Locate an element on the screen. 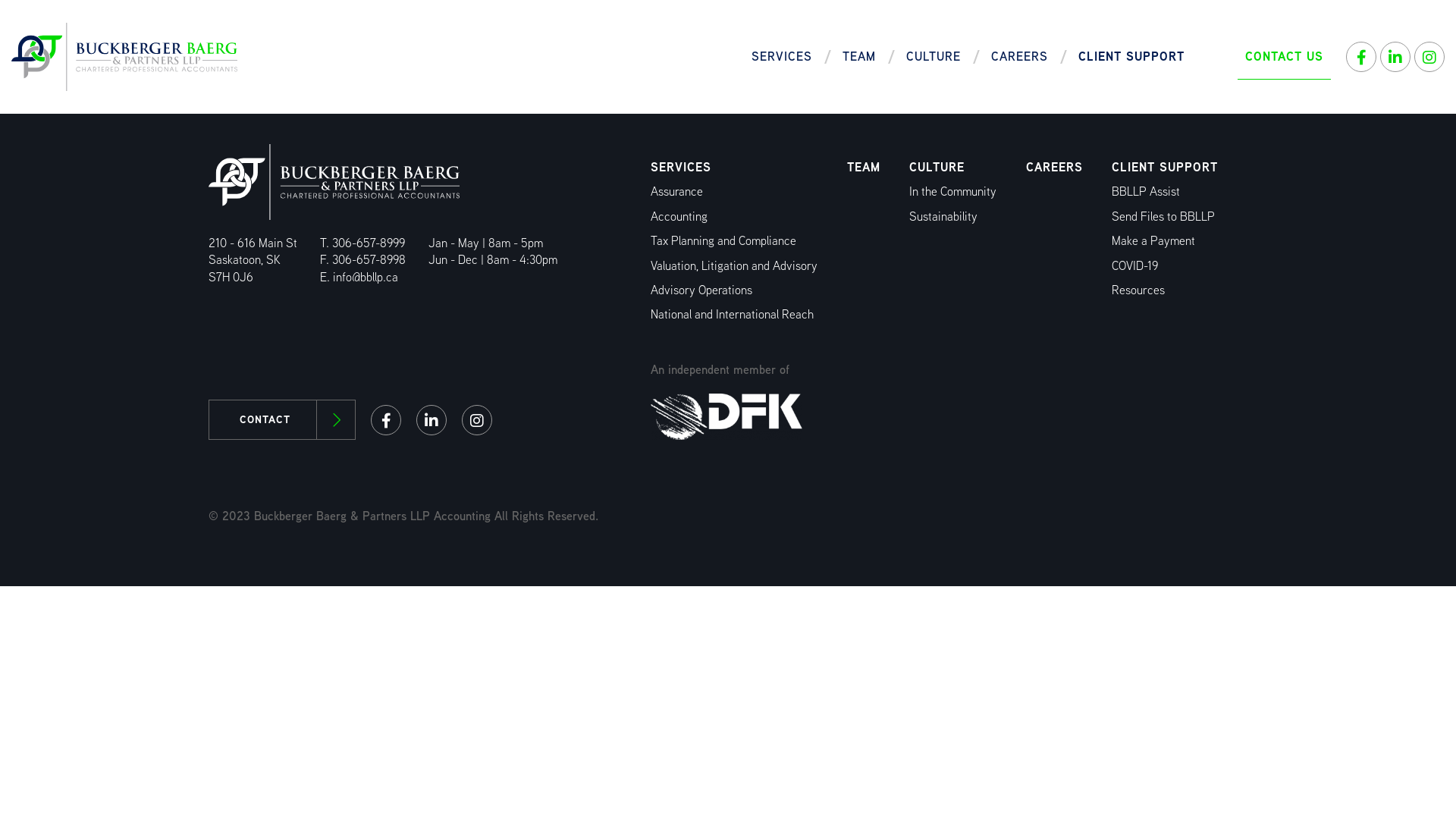 The image size is (1456, 819). 'CULTURE' is located at coordinates (932, 55).